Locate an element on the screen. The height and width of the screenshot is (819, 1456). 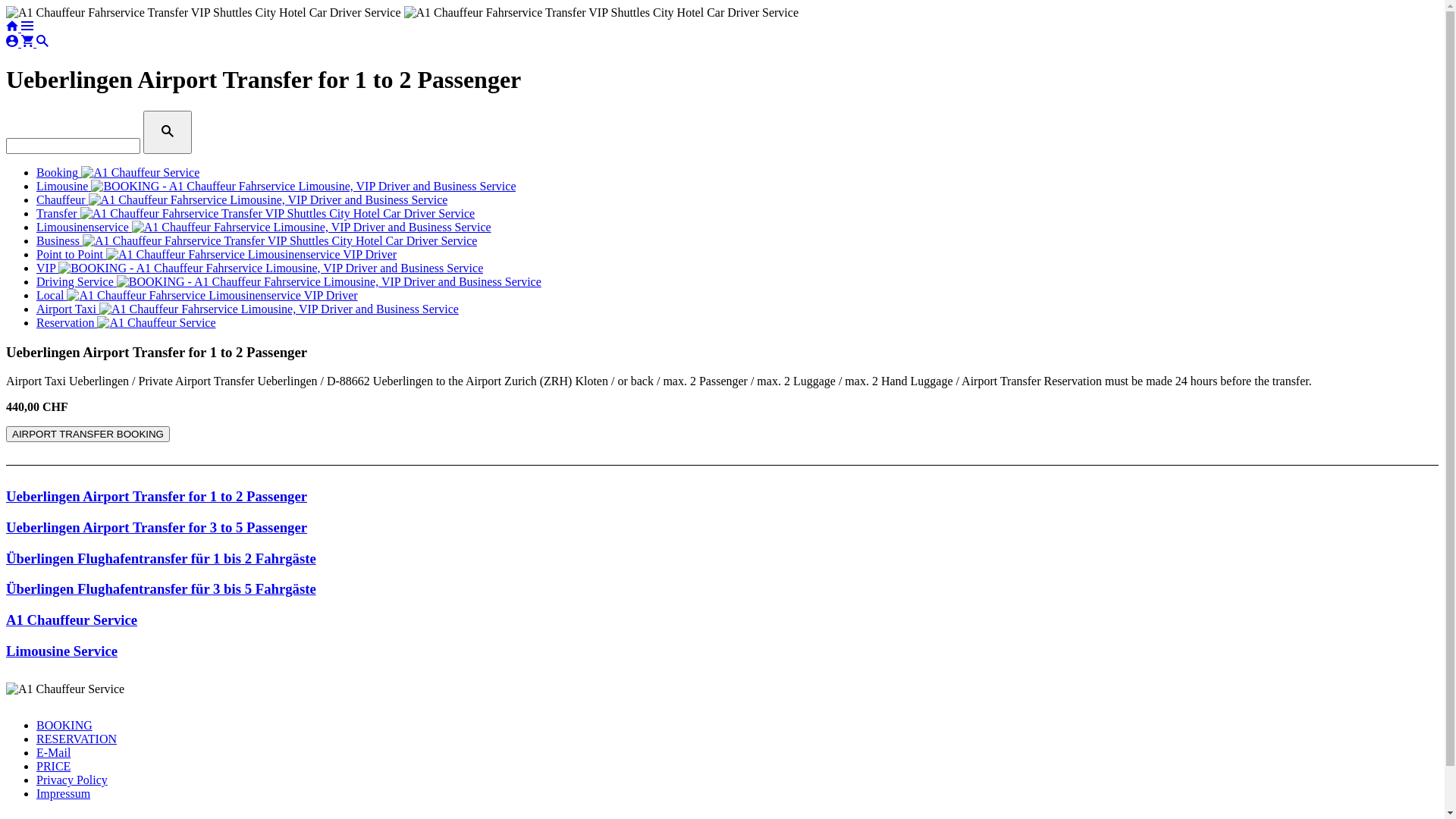
'Reservation' is located at coordinates (36, 322).